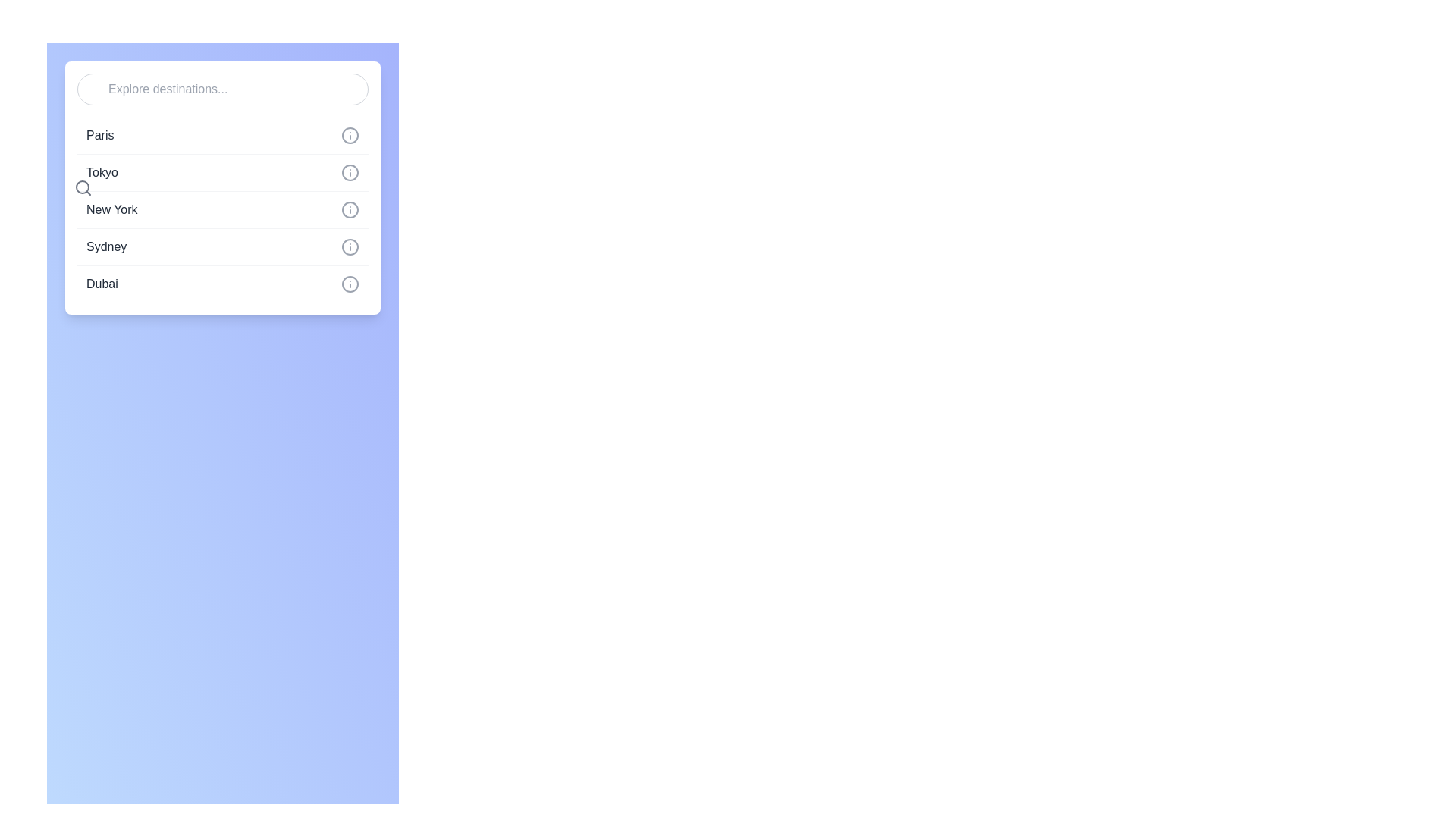  I want to click on the city name in the vertically aligned list of city names ('Paris', 'Tokyo', 'New York', 'Sydney', 'Dubai'), so click(221, 187).